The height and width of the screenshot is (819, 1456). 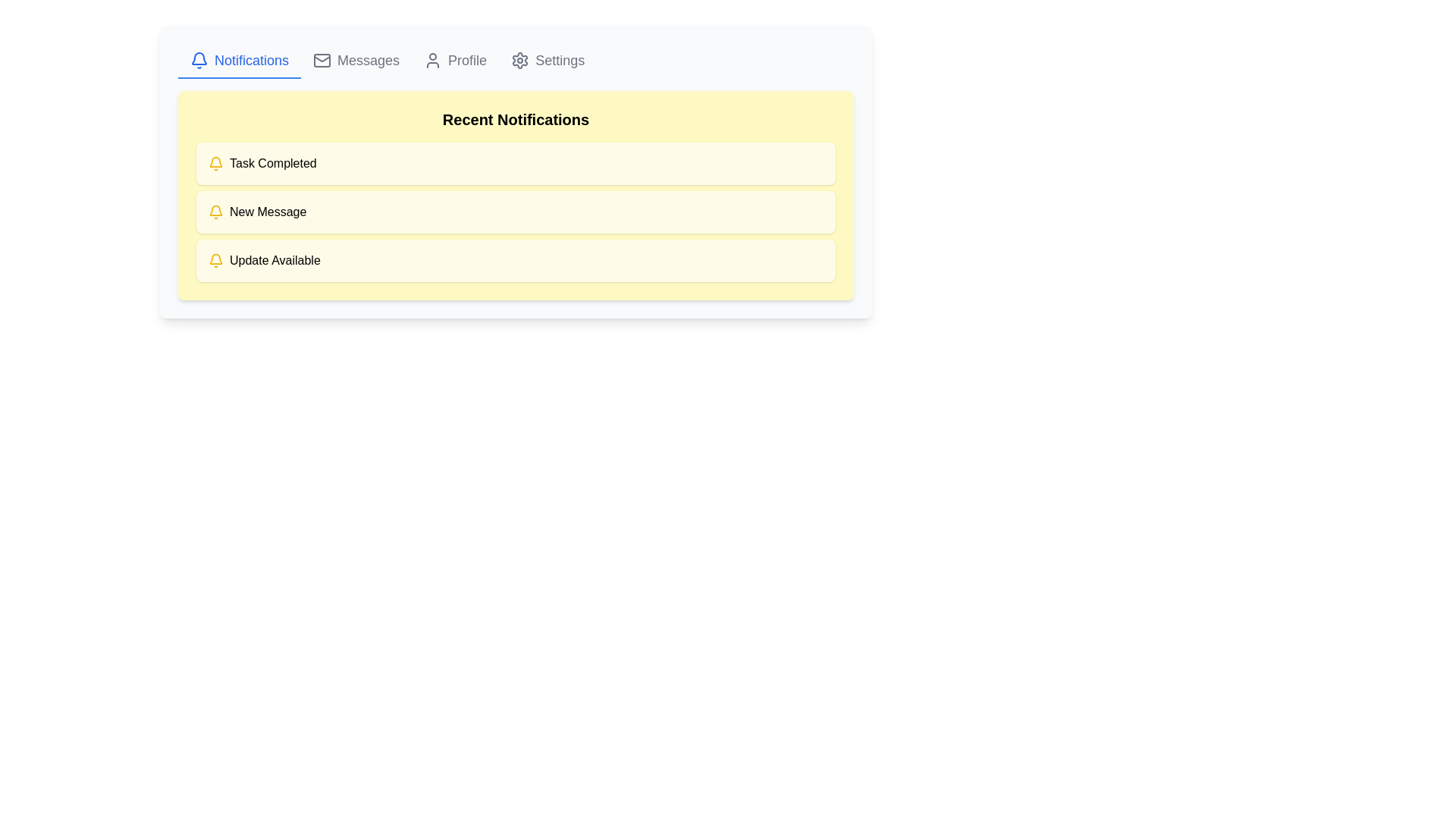 I want to click on the second notification card displaying 'New Message' in the 'Recent Notifications' section, so click(x=516, y=212).